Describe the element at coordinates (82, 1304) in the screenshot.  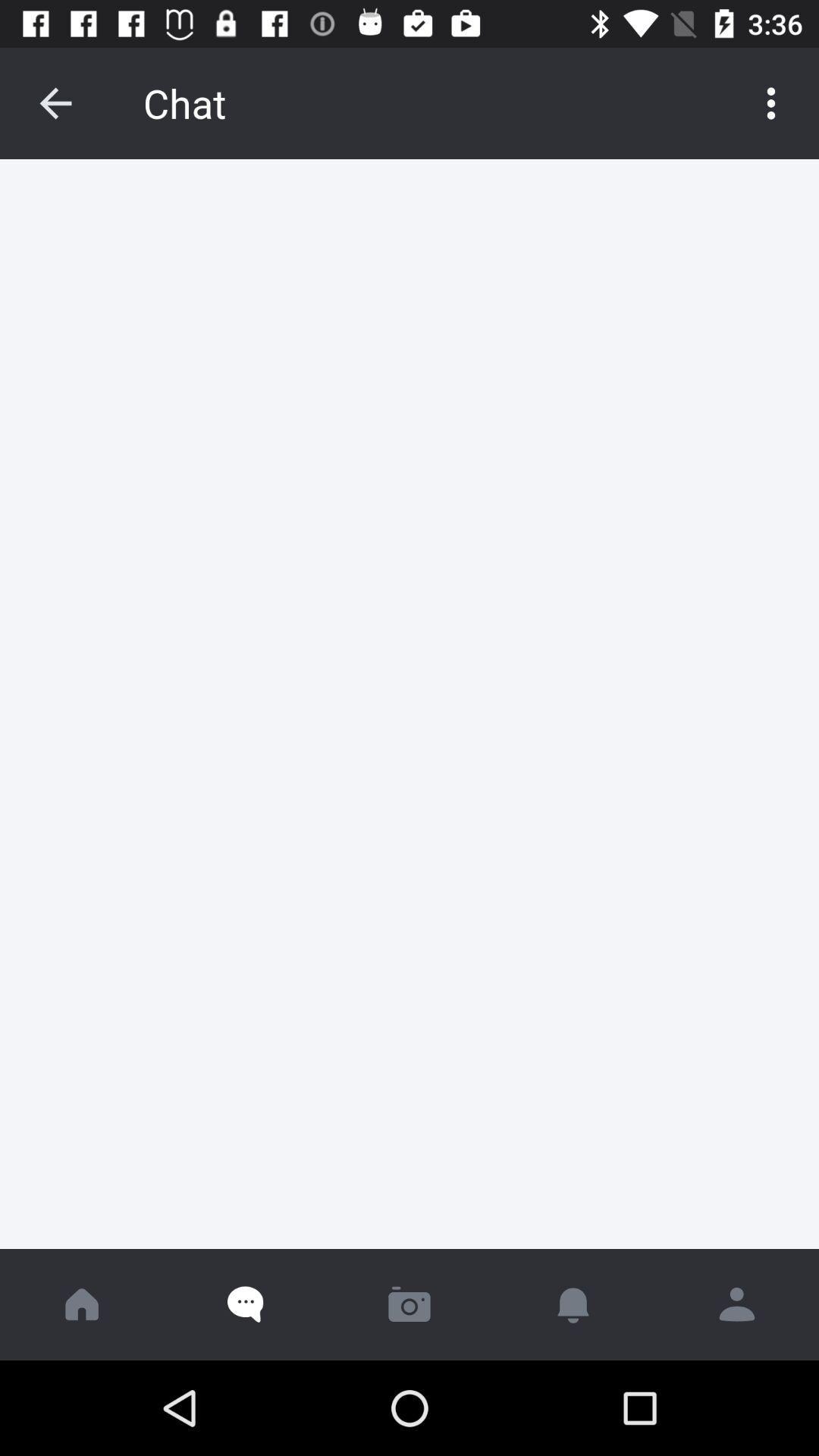
I see `homepage` at that location.